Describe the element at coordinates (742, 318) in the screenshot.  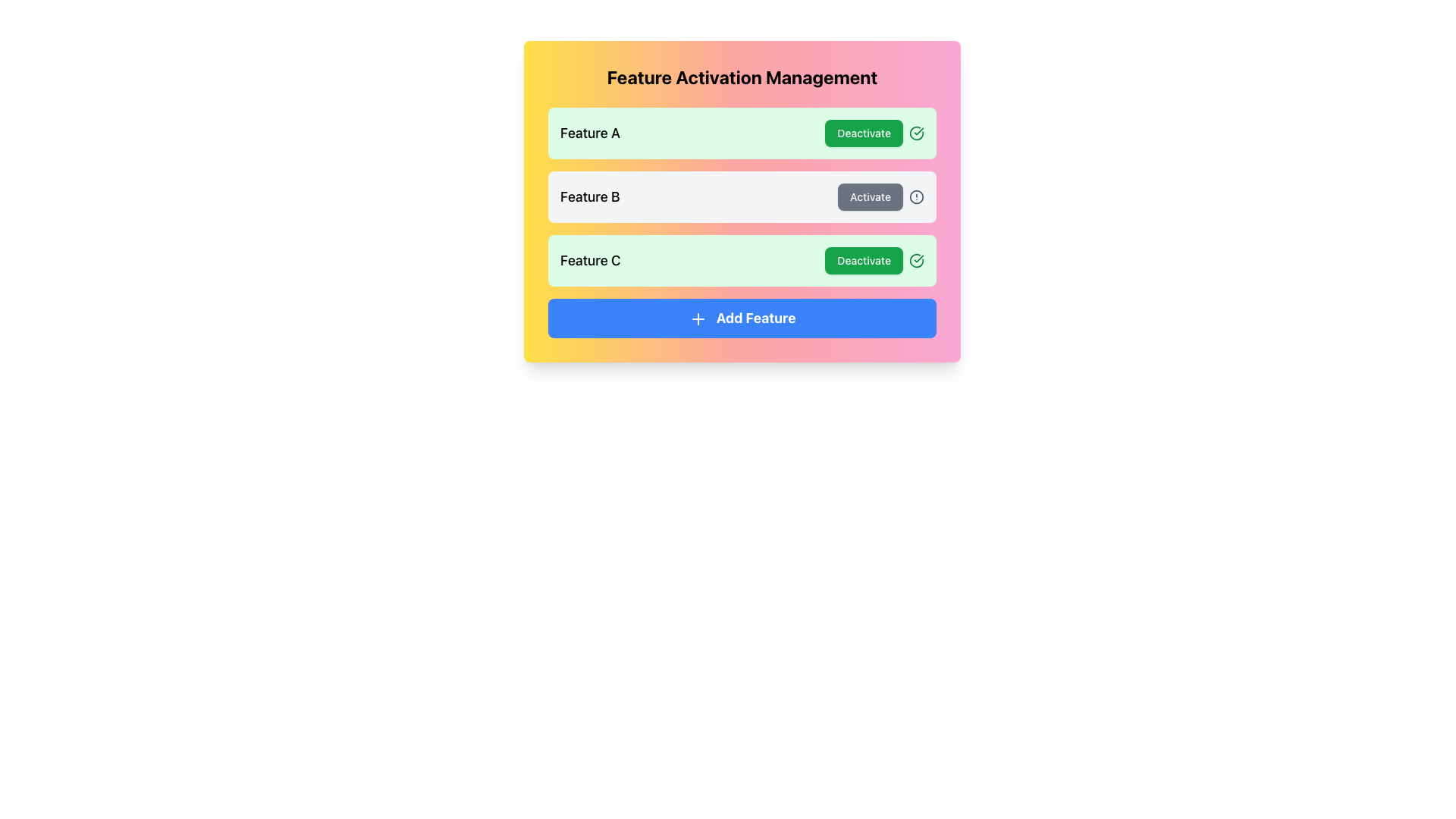
I see `the blue rectangular button labeled 'Add Feature'` at that location.